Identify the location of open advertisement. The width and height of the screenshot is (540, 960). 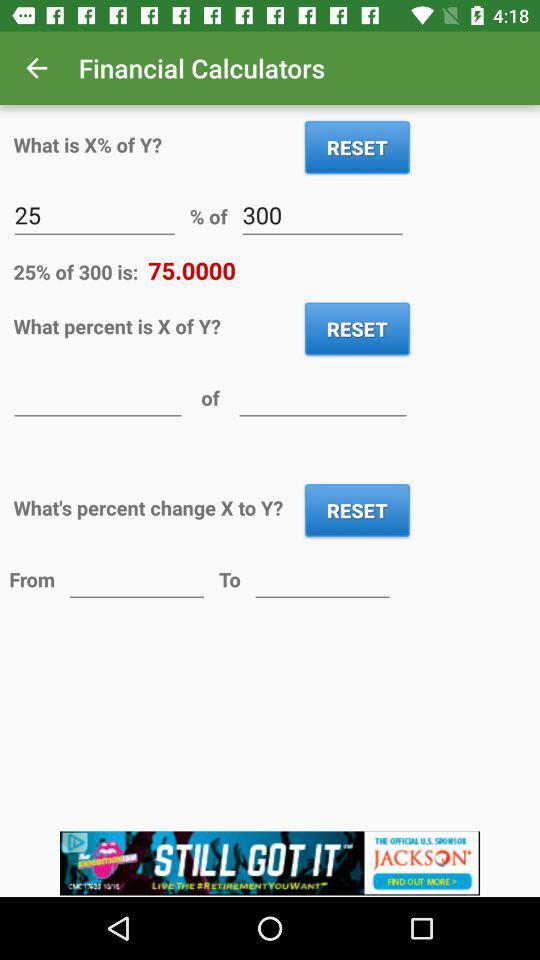
(270, 863).